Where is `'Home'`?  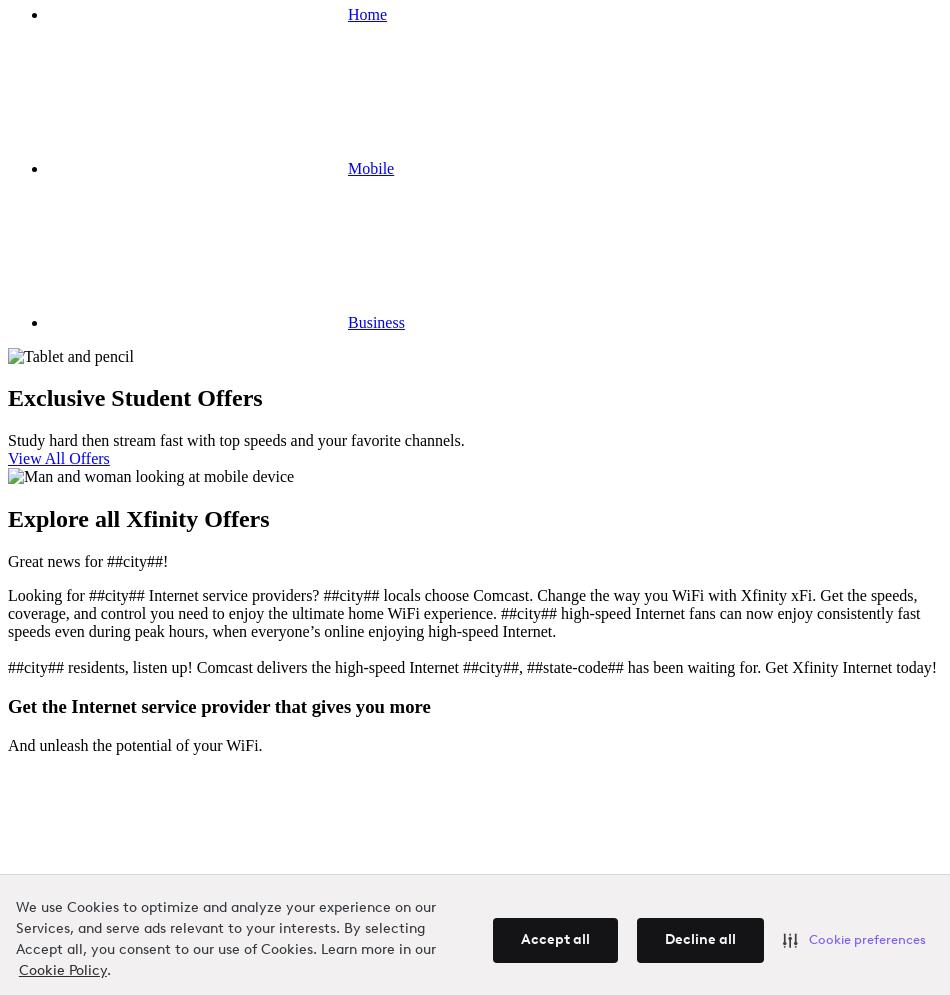 'Home' is located at coordinates (366, 13).